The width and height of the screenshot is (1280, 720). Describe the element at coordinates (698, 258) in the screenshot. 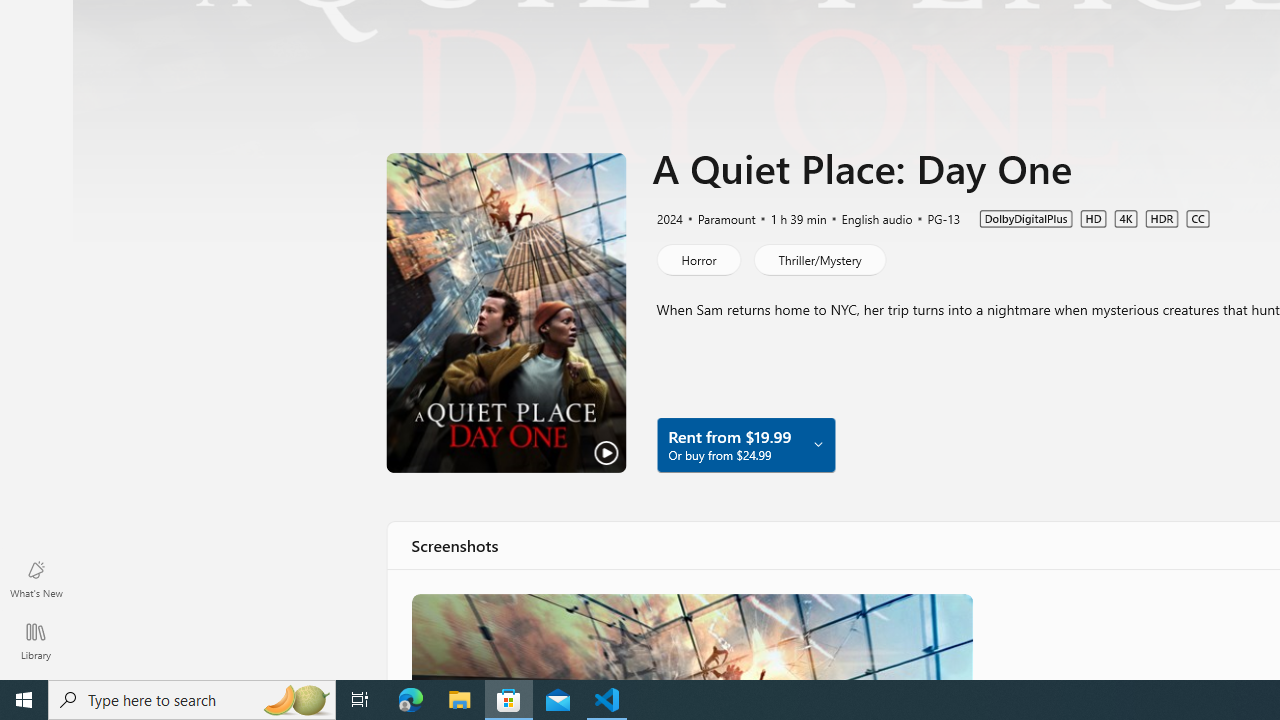

I see `'Horror'` at that location.